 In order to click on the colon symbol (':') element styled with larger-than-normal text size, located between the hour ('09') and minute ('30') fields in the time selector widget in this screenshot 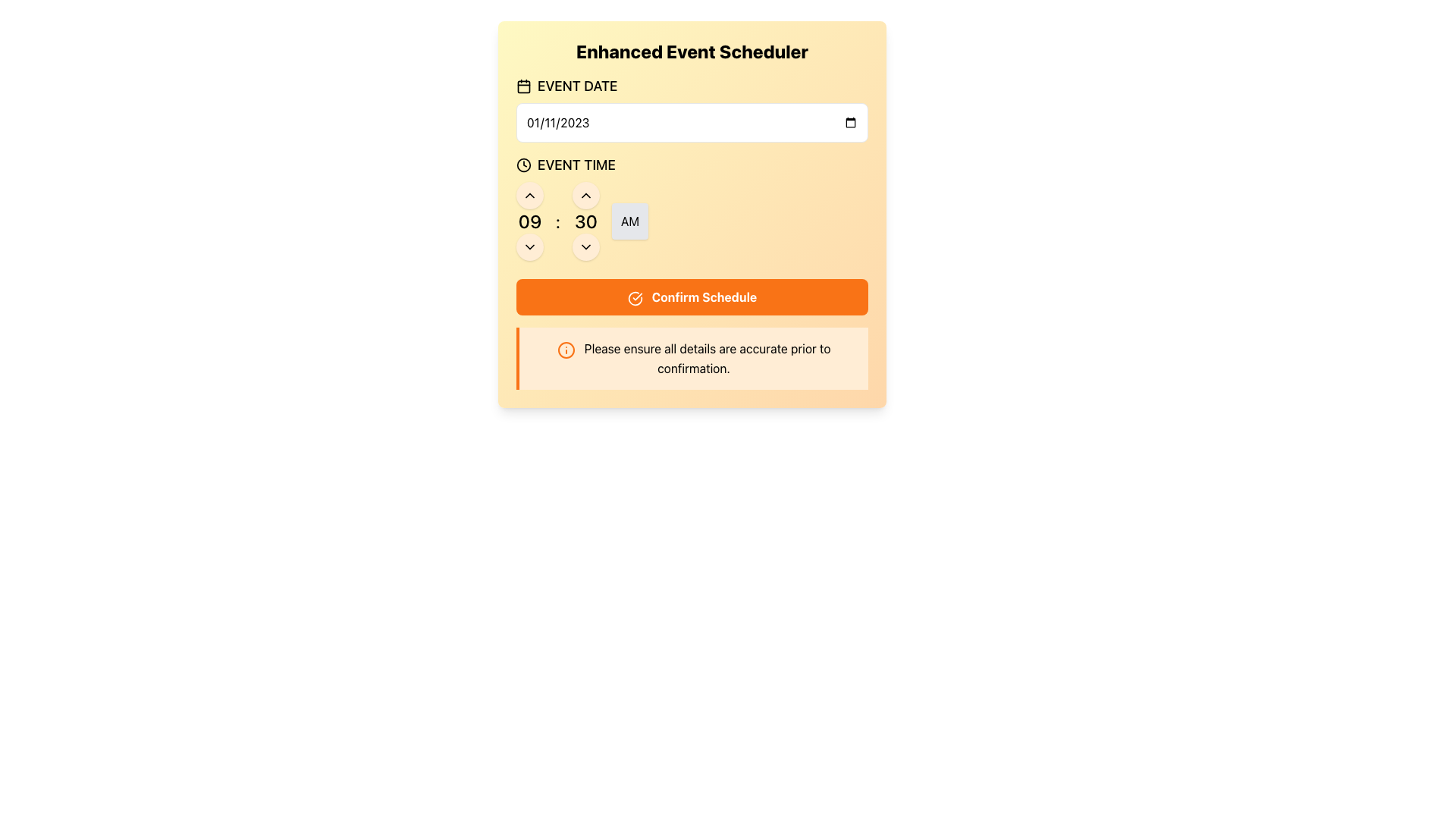, I will do `click(557, 221)`.